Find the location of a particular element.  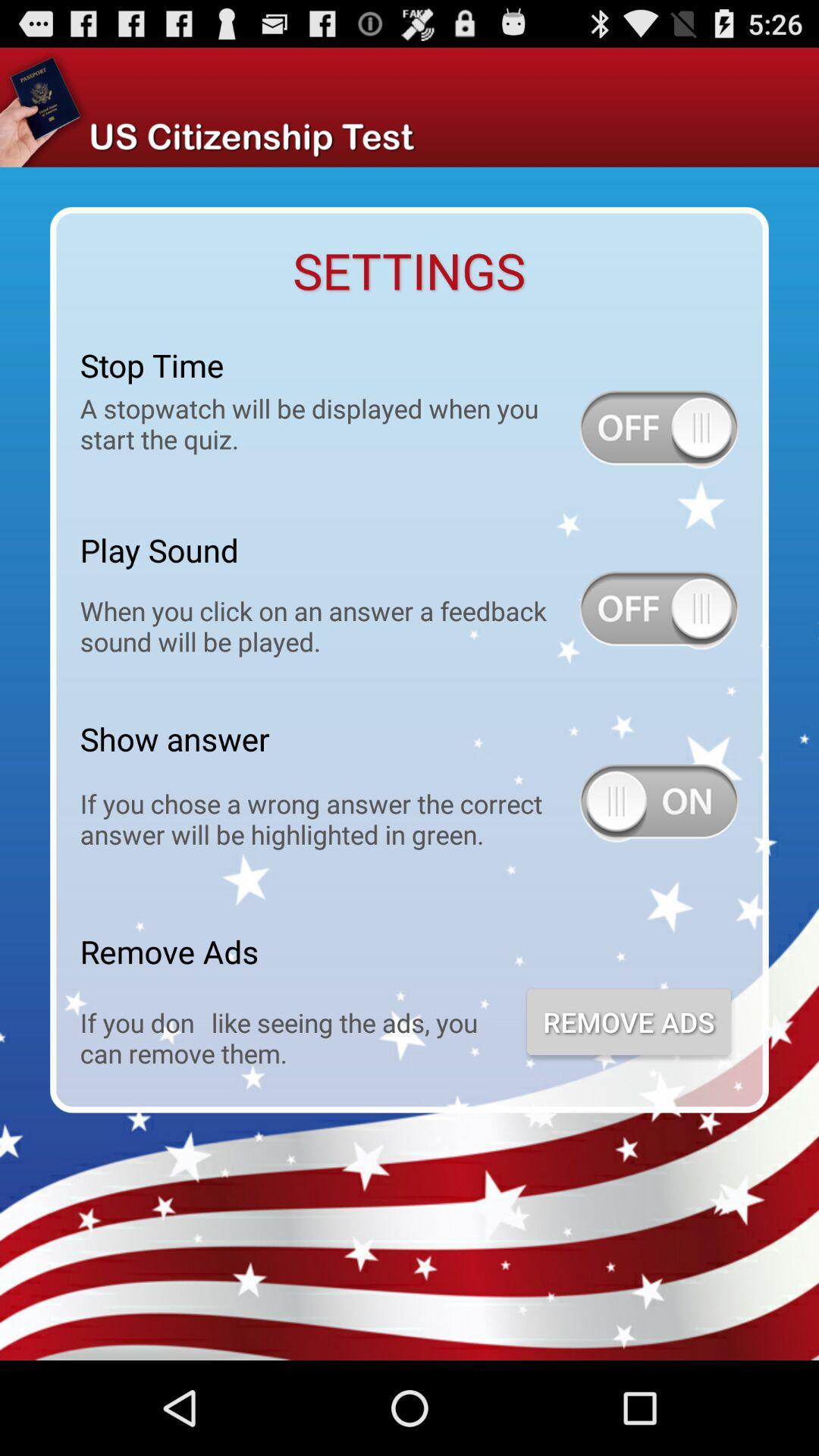

stop time is located at coordinates (658, 428).